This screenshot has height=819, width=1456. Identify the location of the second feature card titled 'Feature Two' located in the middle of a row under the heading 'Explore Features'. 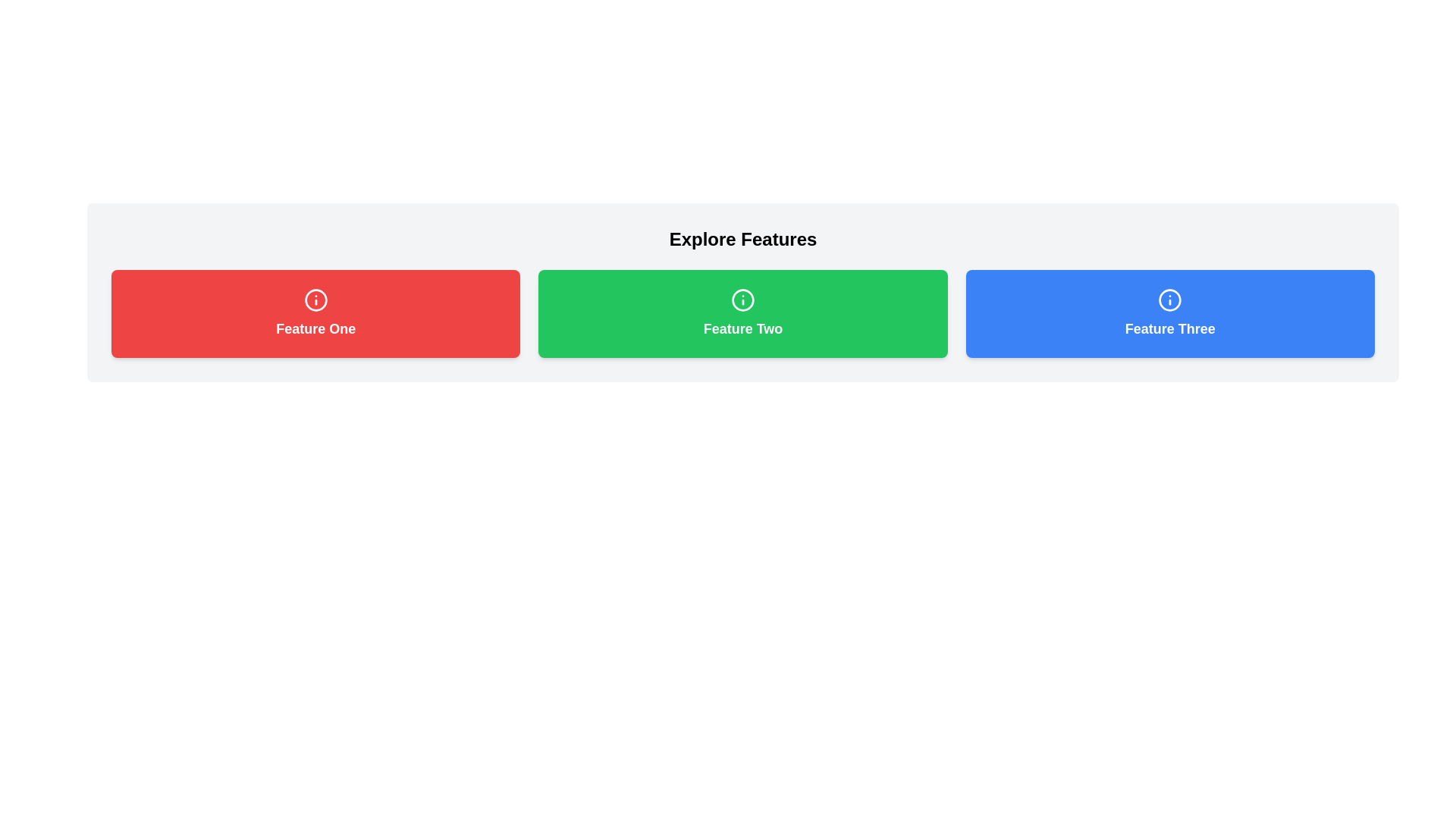
(742, 312).